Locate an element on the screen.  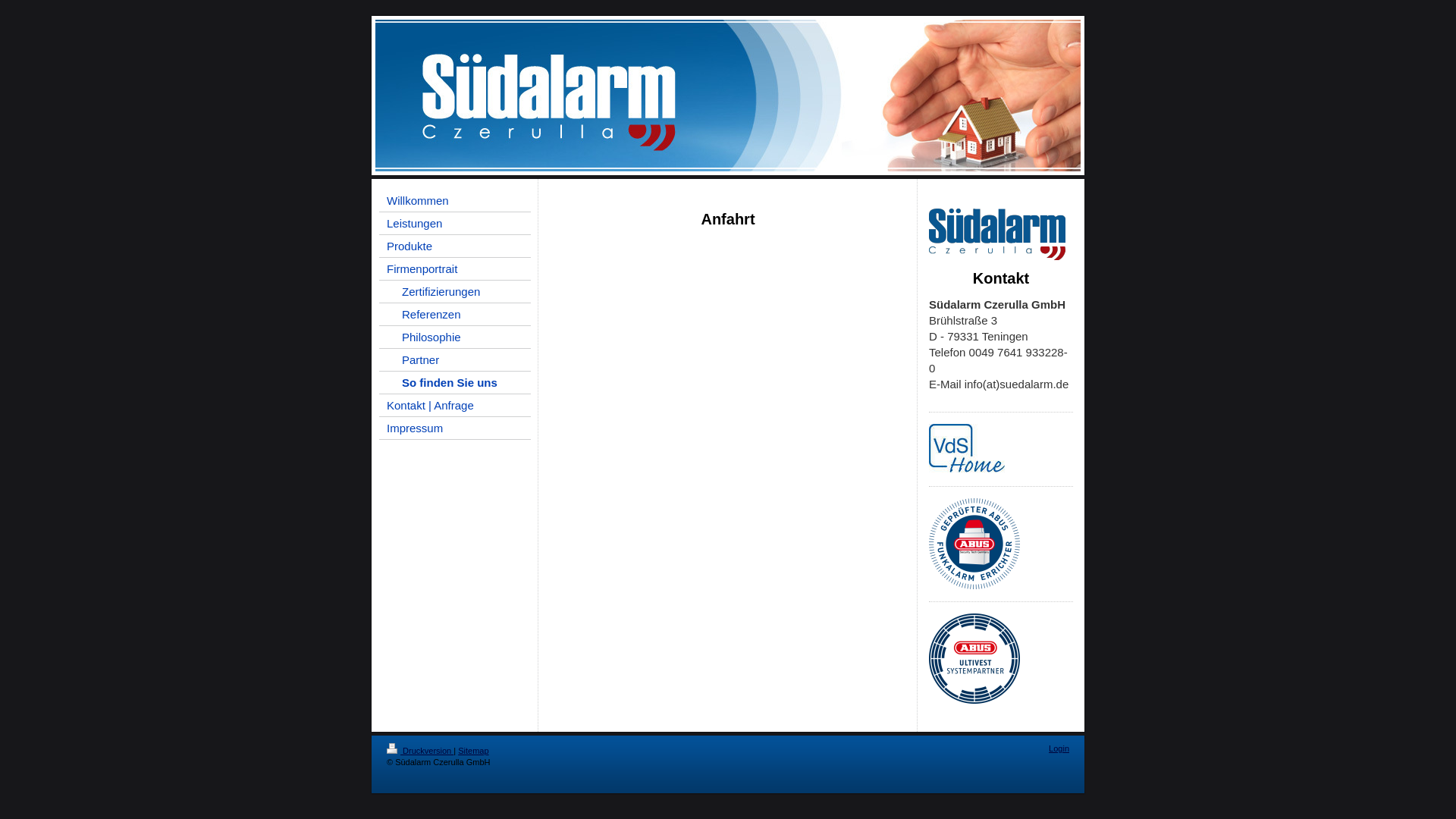
'Partner' is located at coordinates (454, 359).